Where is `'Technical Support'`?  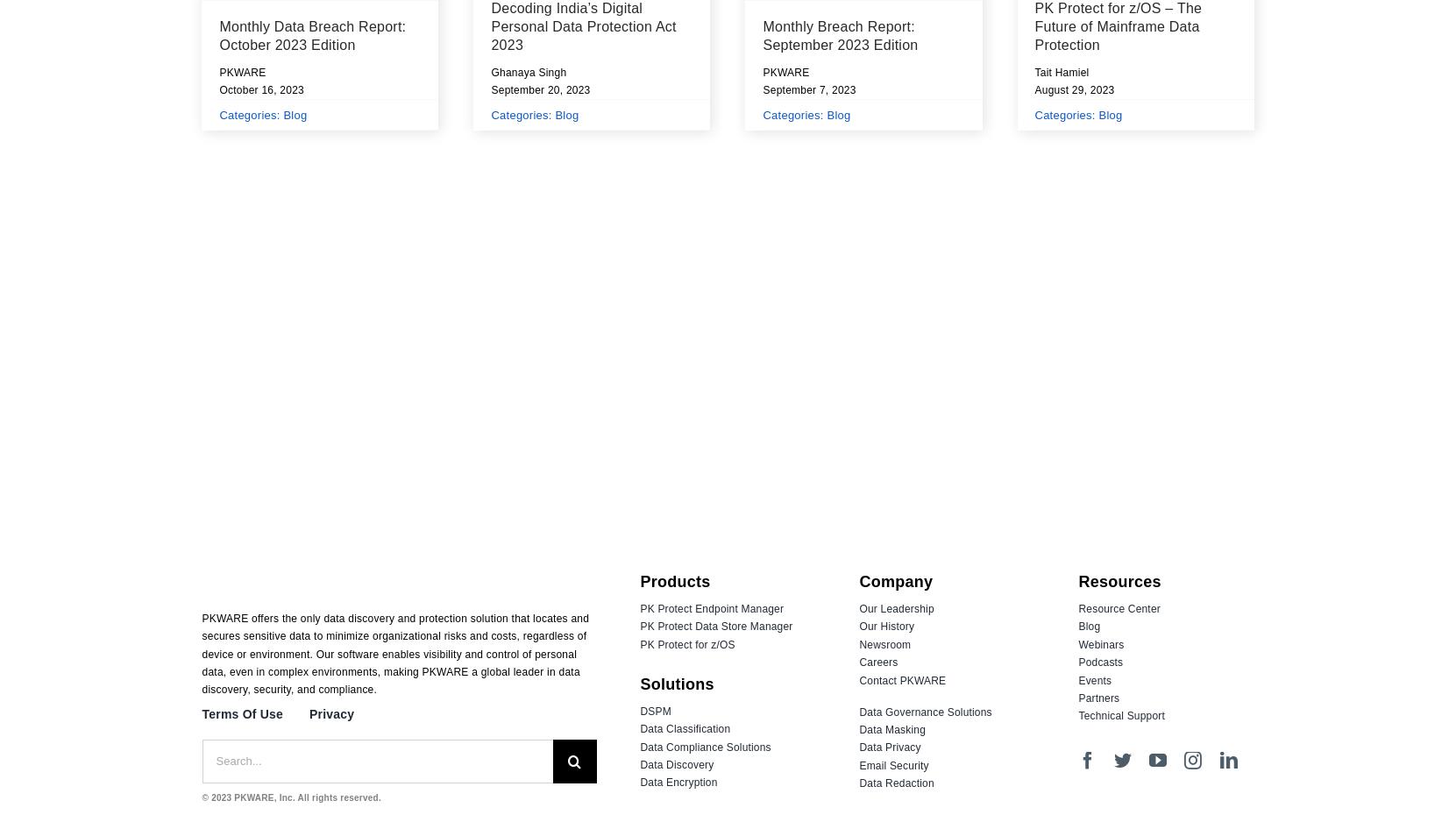
'Technical Support' is located at coordinates (1120, 715).